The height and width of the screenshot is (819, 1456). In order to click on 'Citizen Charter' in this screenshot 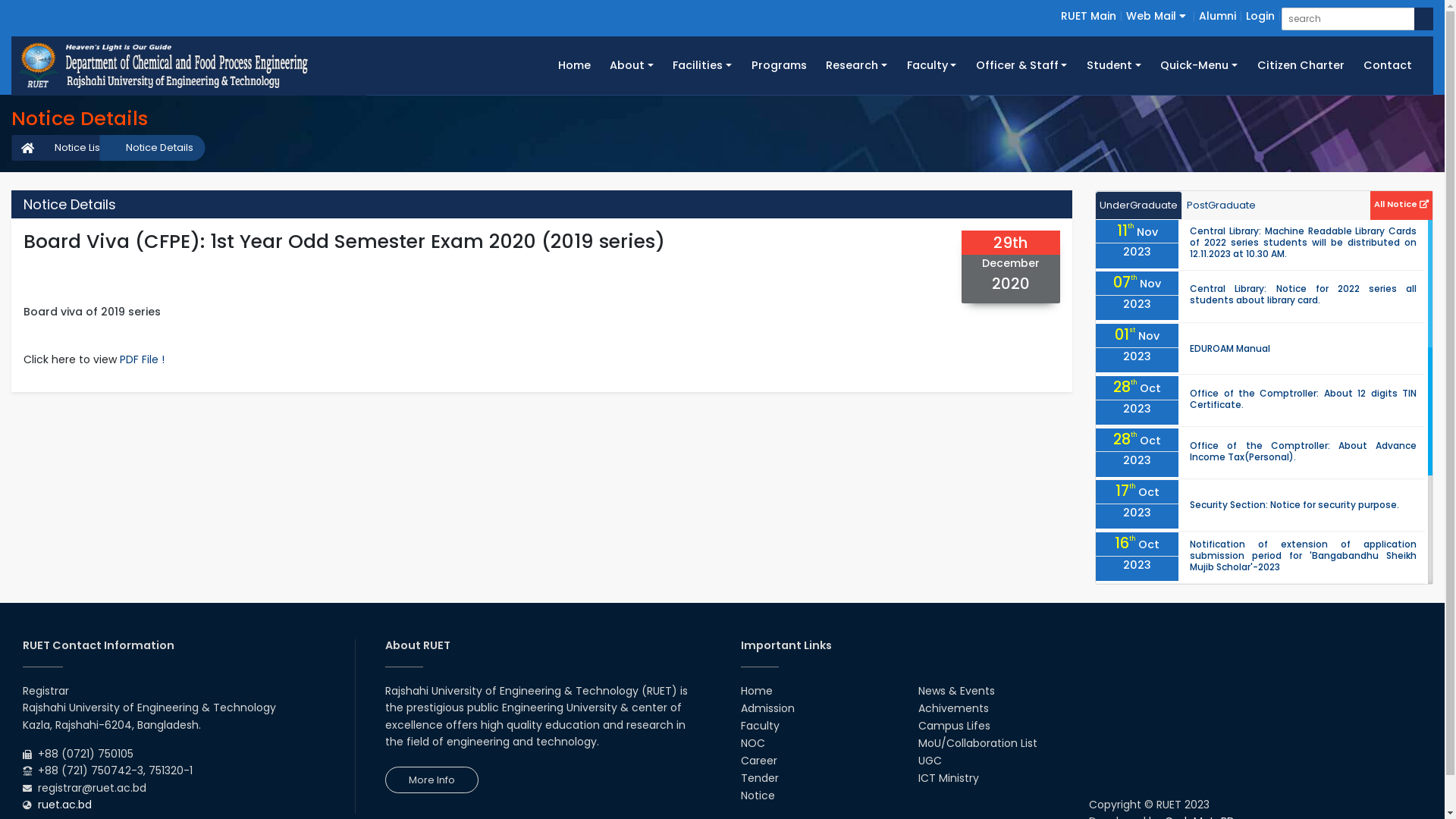, I will do `click(1300, 64)`.